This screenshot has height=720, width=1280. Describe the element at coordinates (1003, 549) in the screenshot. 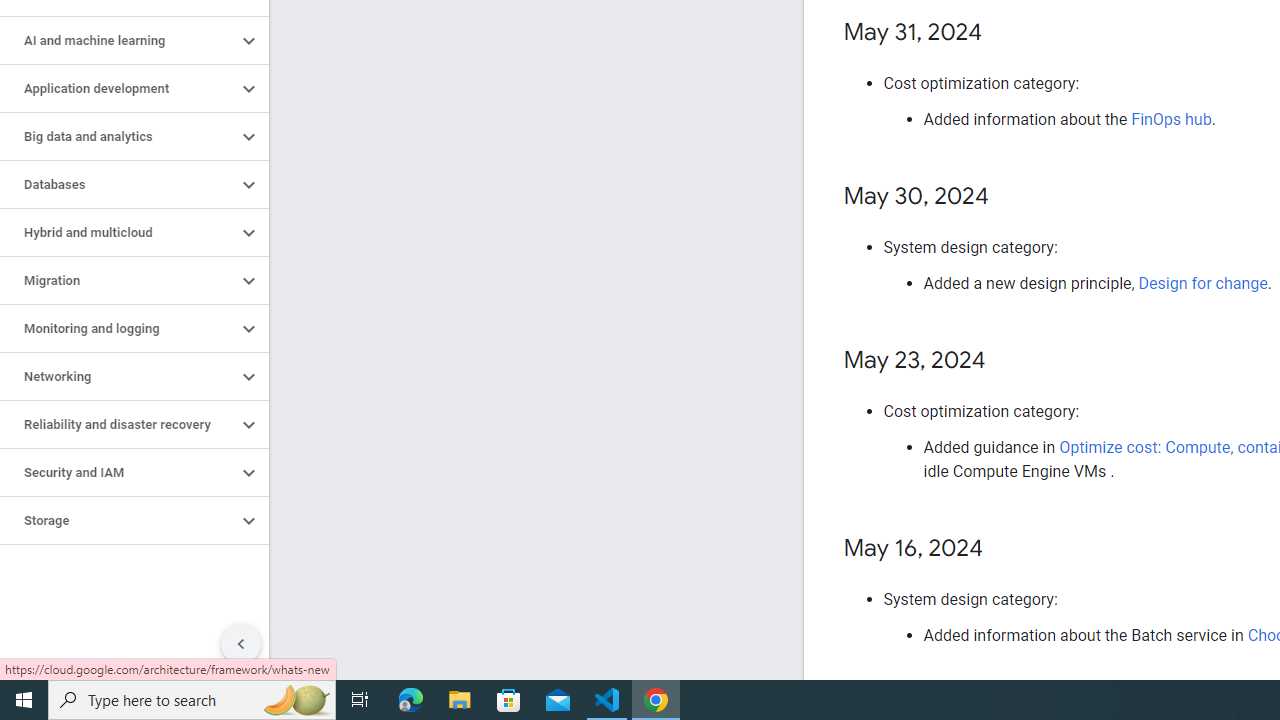

I see `'Copy link to this section: May 16, 2024'` at that location.